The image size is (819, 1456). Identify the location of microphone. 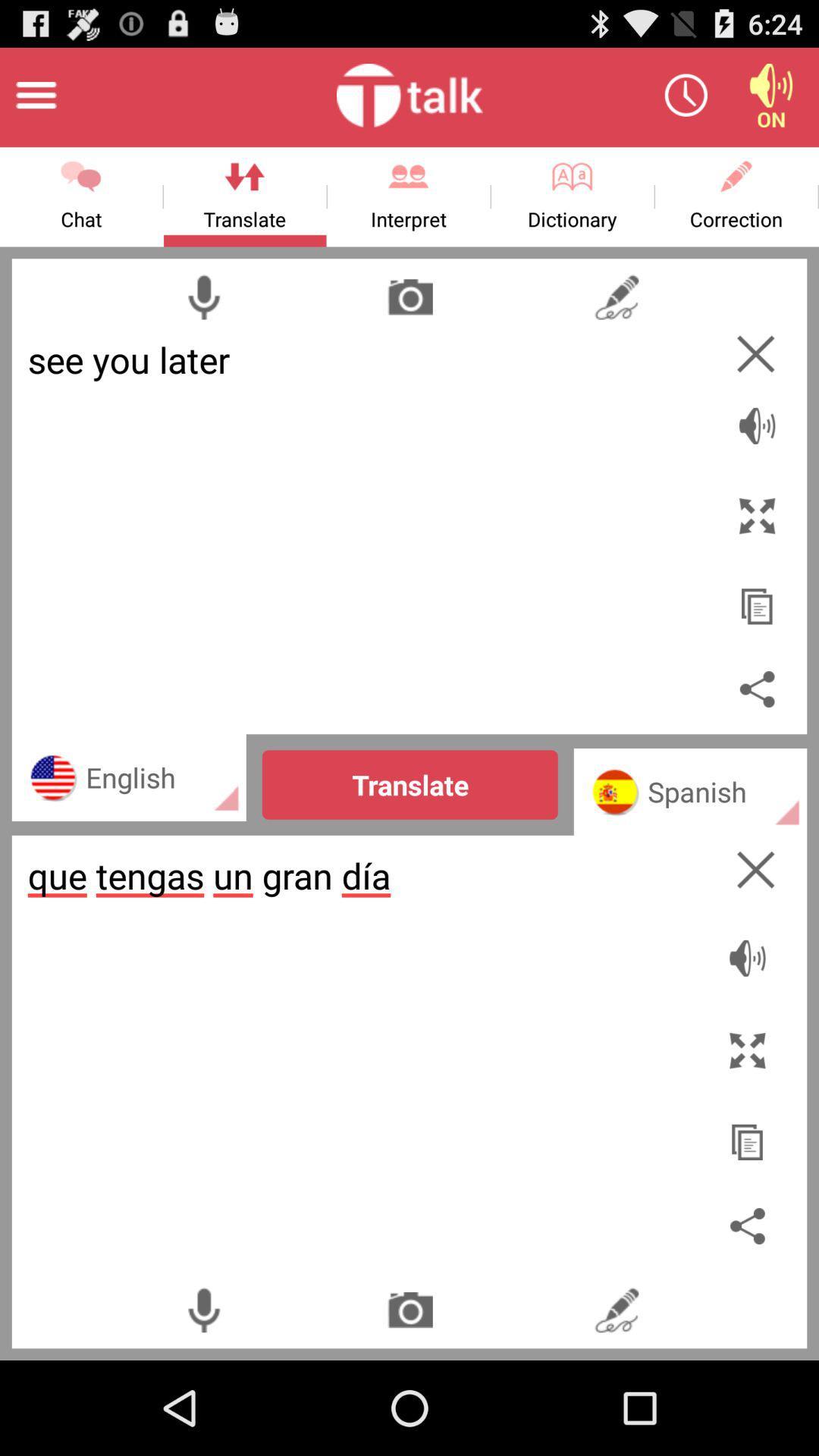
(202, 297).